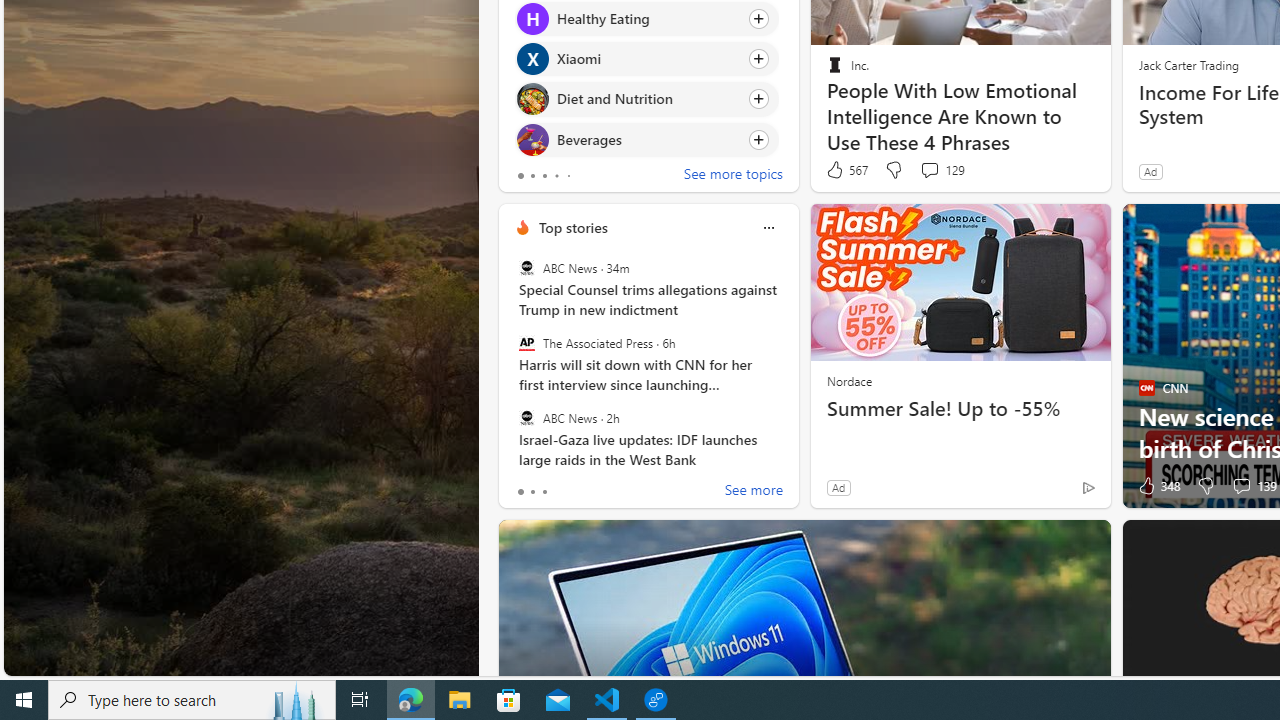 This screenshot has width=1280, height=720. Describe the element at coordinates (532, 138) in the screenshot. I see `'Beverages'` at that location.